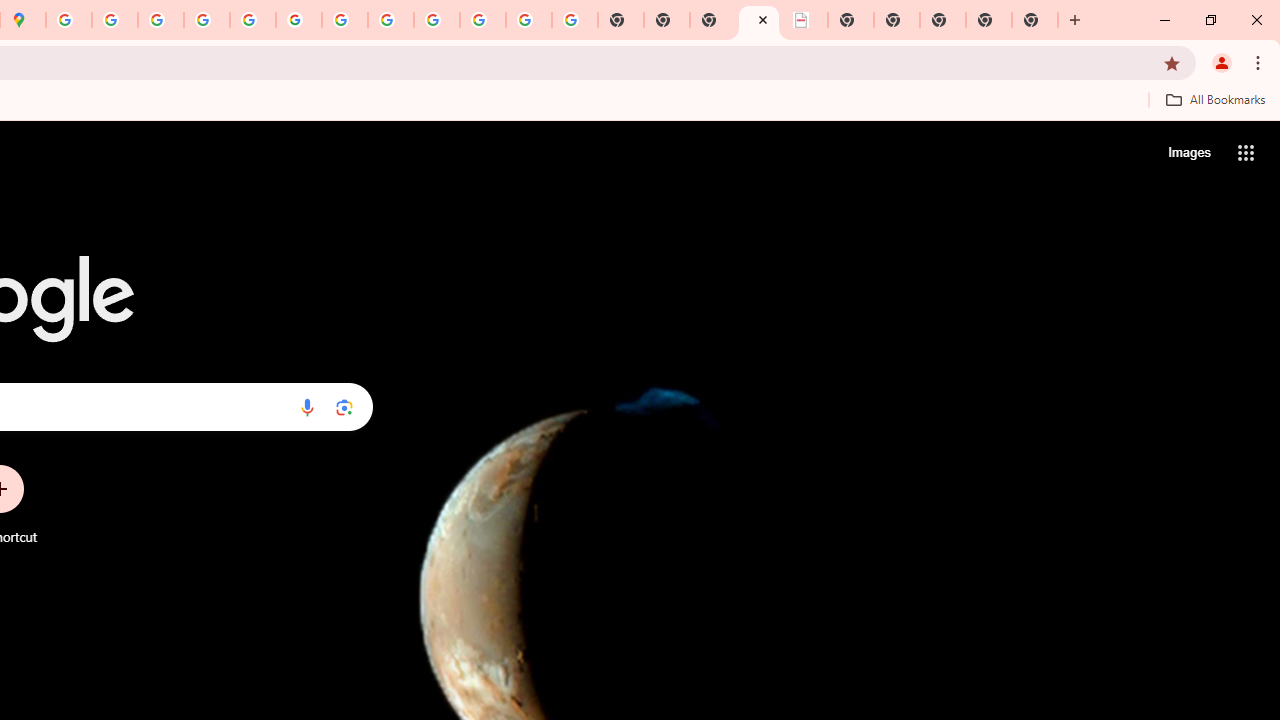 Image resolution: width=1280 pixels, height=720 pixels. I want to click on 'YouTube', so click(345, 20).